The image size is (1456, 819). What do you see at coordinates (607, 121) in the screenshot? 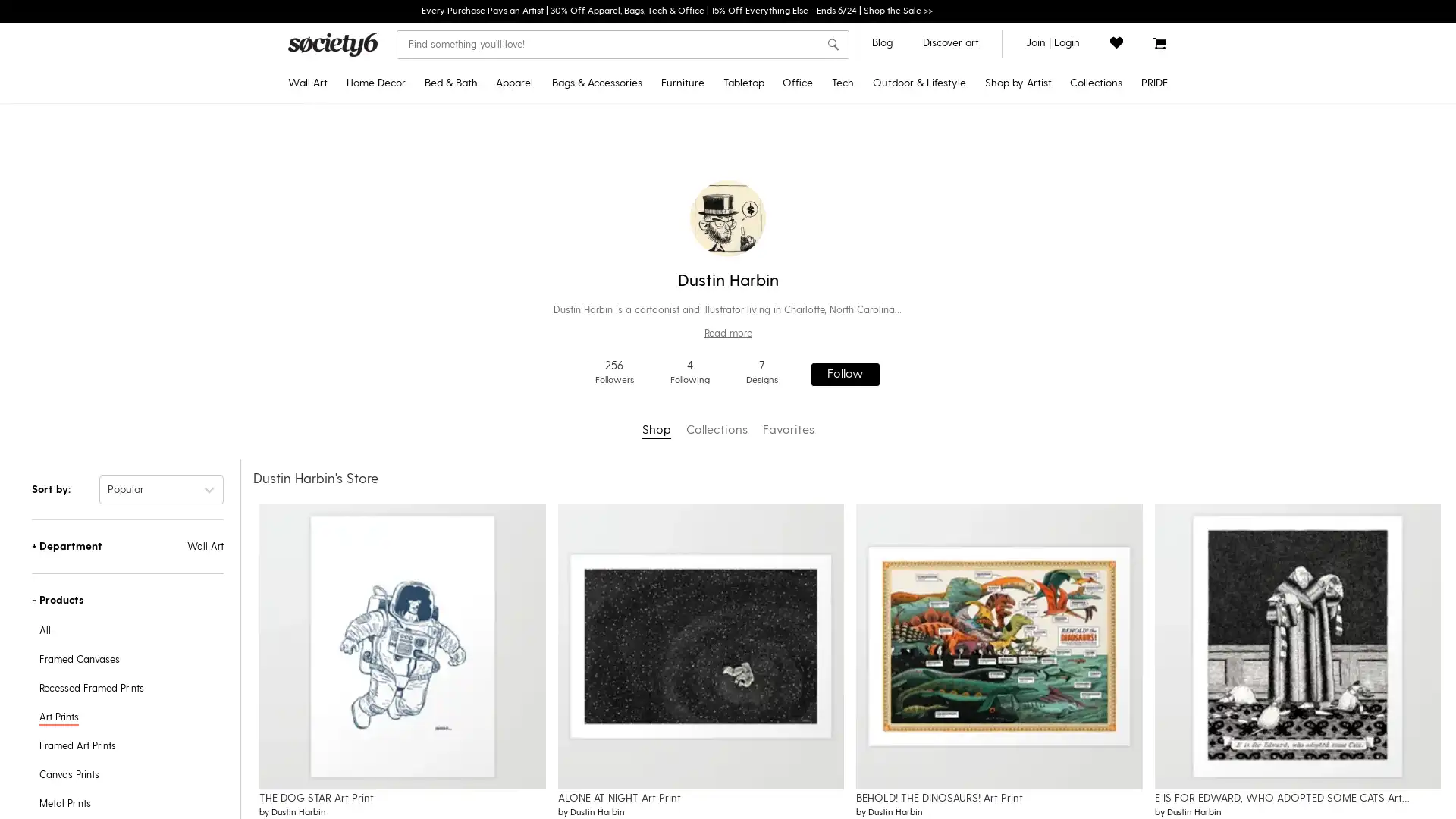
I see `Tote Bags` at bounding box center [607, 121].